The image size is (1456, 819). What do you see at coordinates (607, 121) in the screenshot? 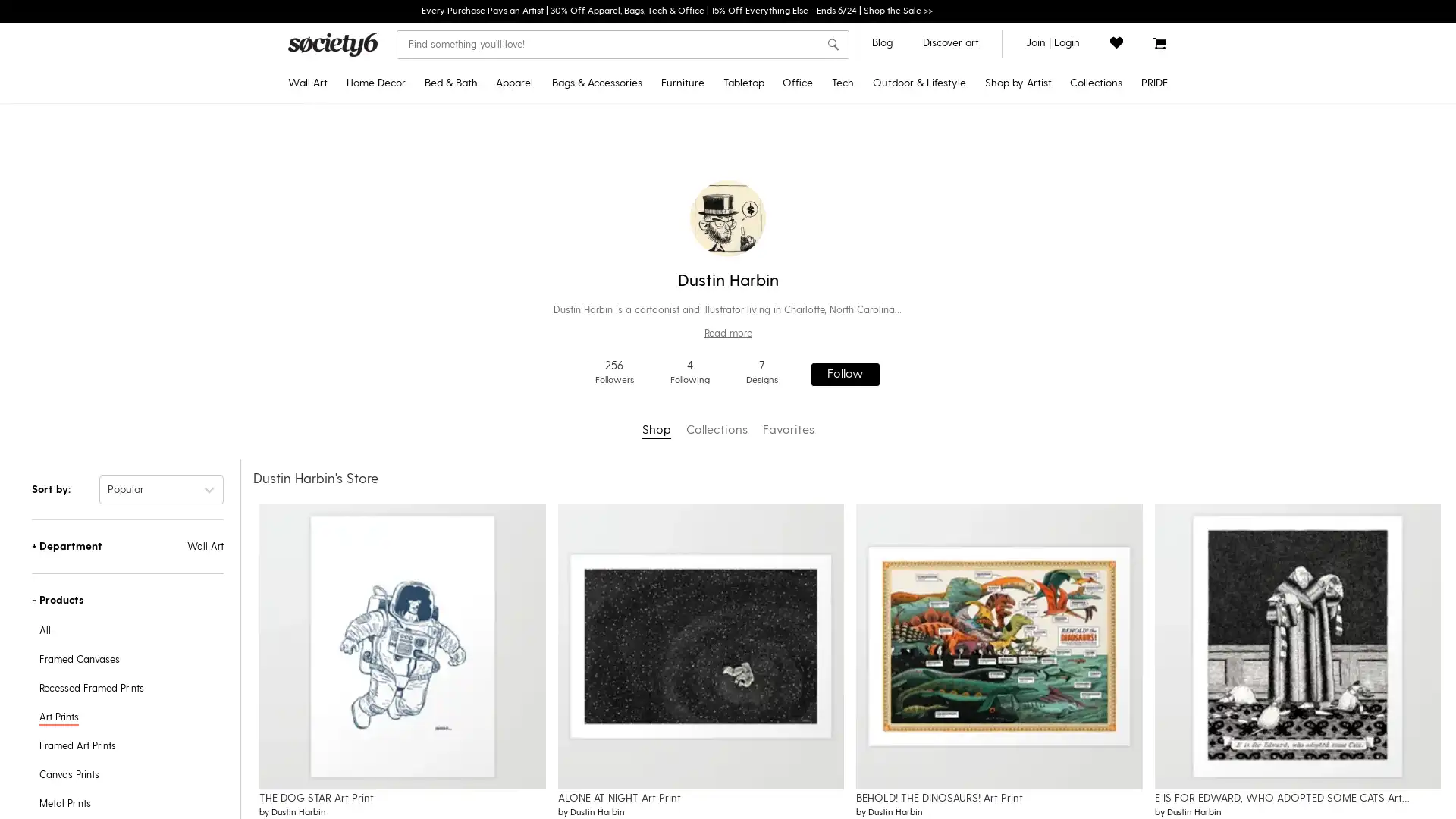
I see `Tote Bags` at bounding box center [607, 121].